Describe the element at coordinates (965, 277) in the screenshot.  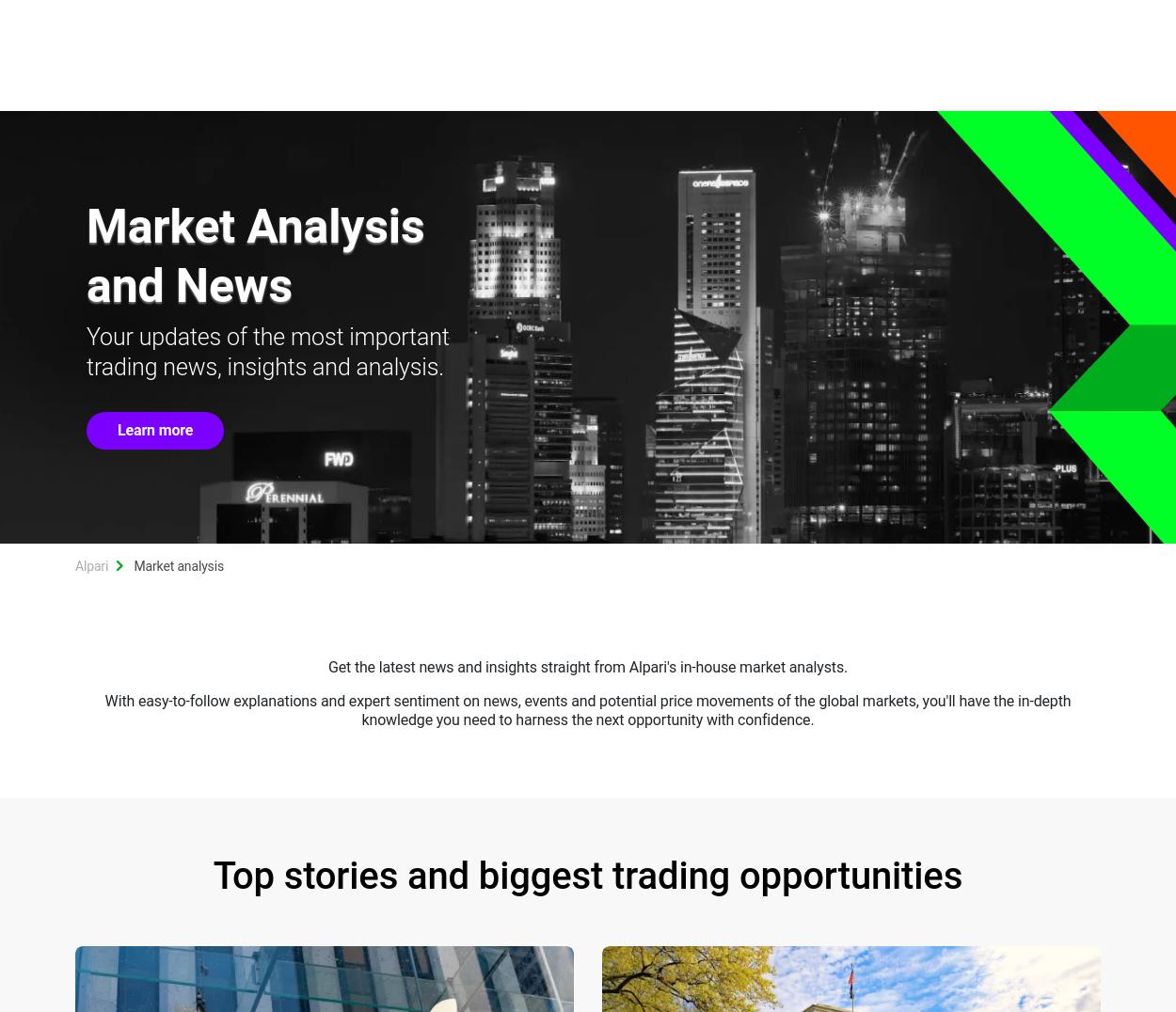
I see `'eurozone'` at that location.